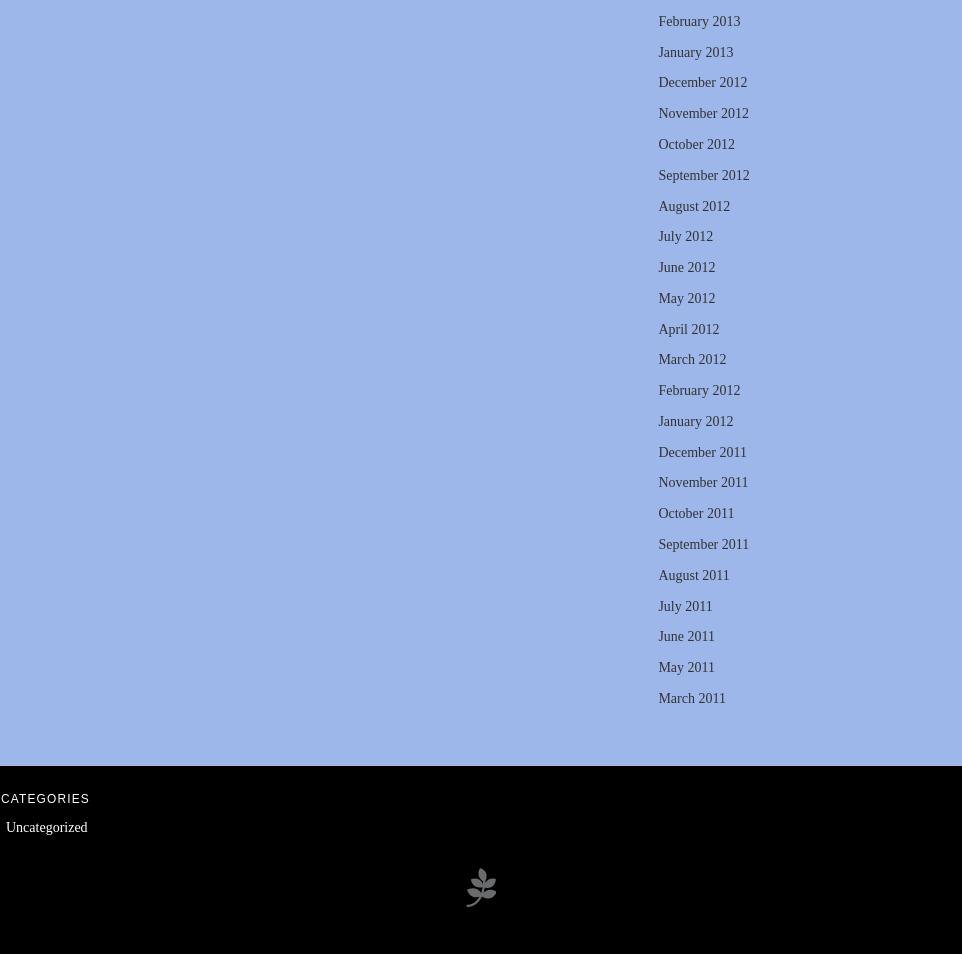 The width and height of the screenshot is (962, 954). I want to click on 'January 2012', so click(694, 420).